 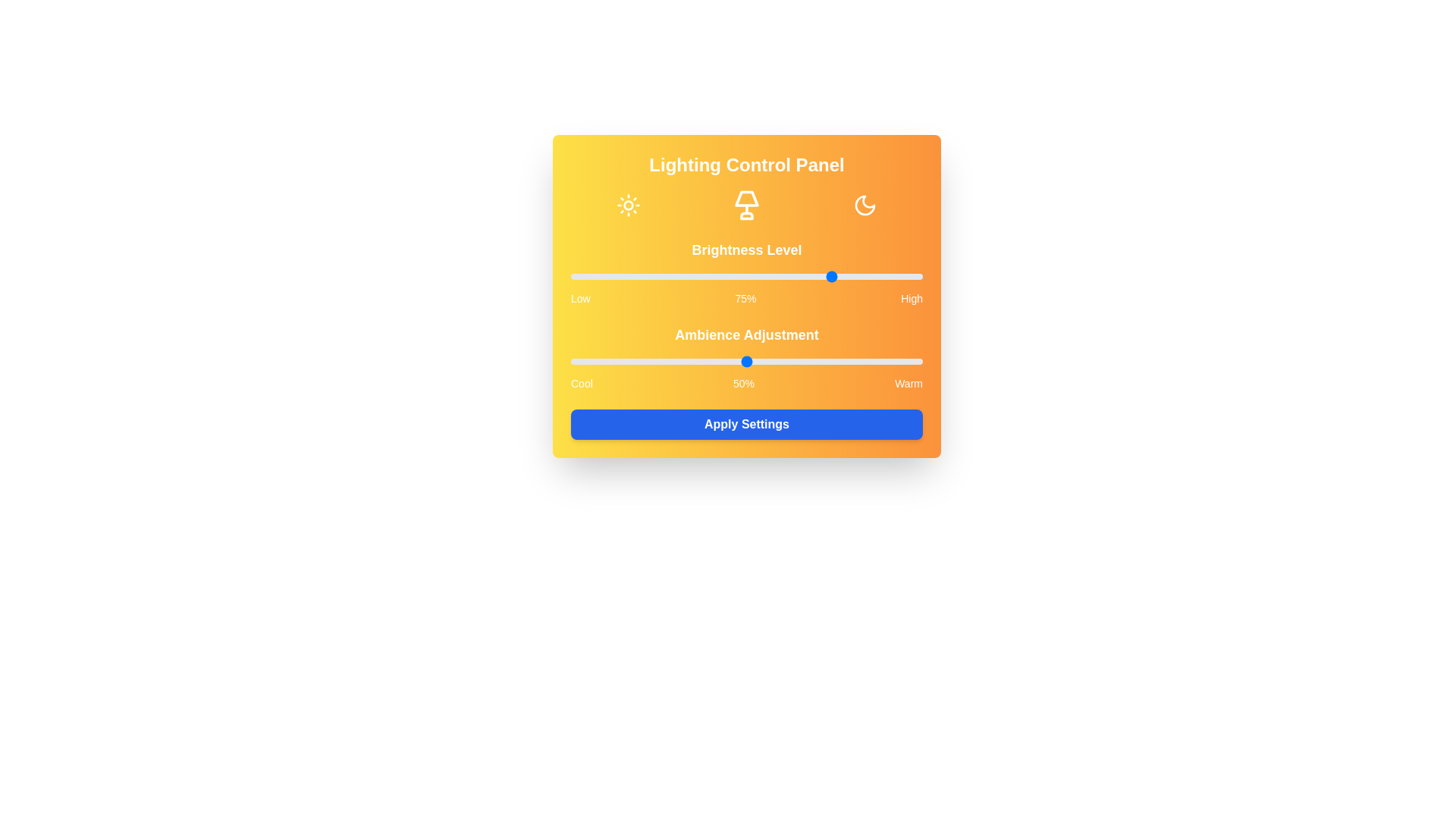 I want to click on the ambiance level to 17% by adjusting the slider, so click(x=630, y=362).